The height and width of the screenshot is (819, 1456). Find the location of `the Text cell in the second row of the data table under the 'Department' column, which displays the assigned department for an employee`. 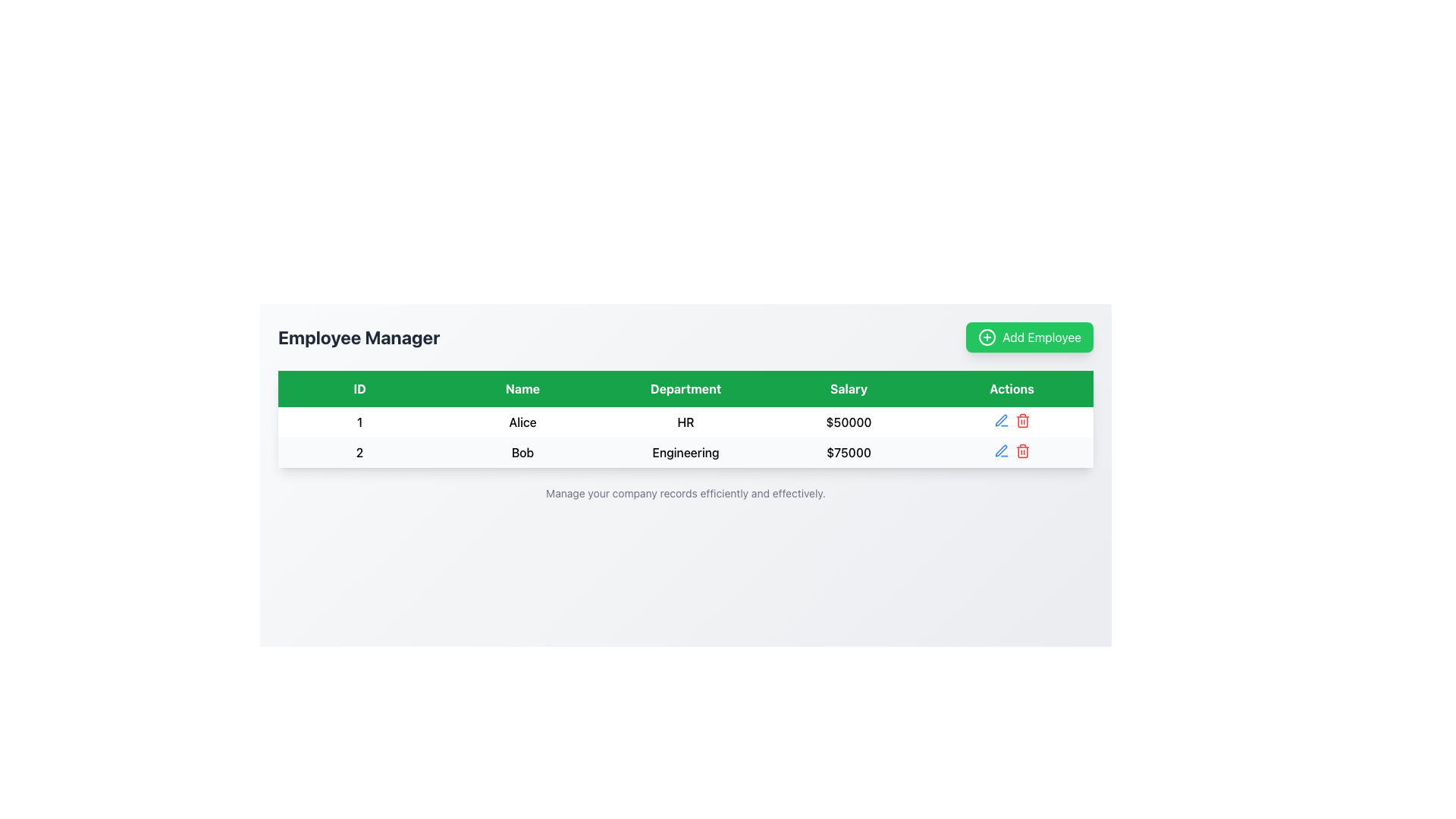

the Text cell in the second row of the data table under the 'Department' column, which displays the assigned department for an employee is located at coordinates (685, 452).